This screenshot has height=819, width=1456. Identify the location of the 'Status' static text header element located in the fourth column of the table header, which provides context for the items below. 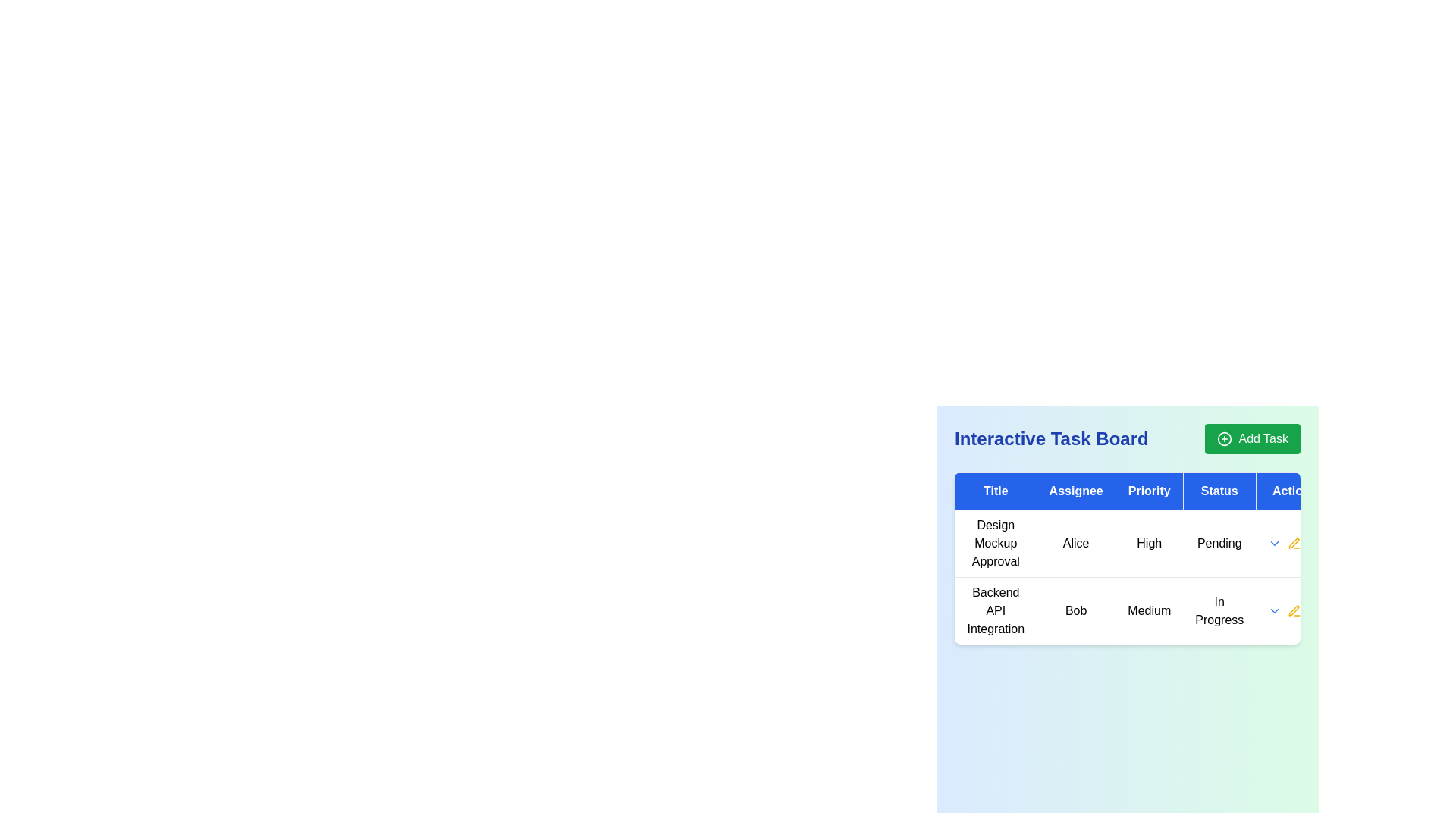
(1219, 491).